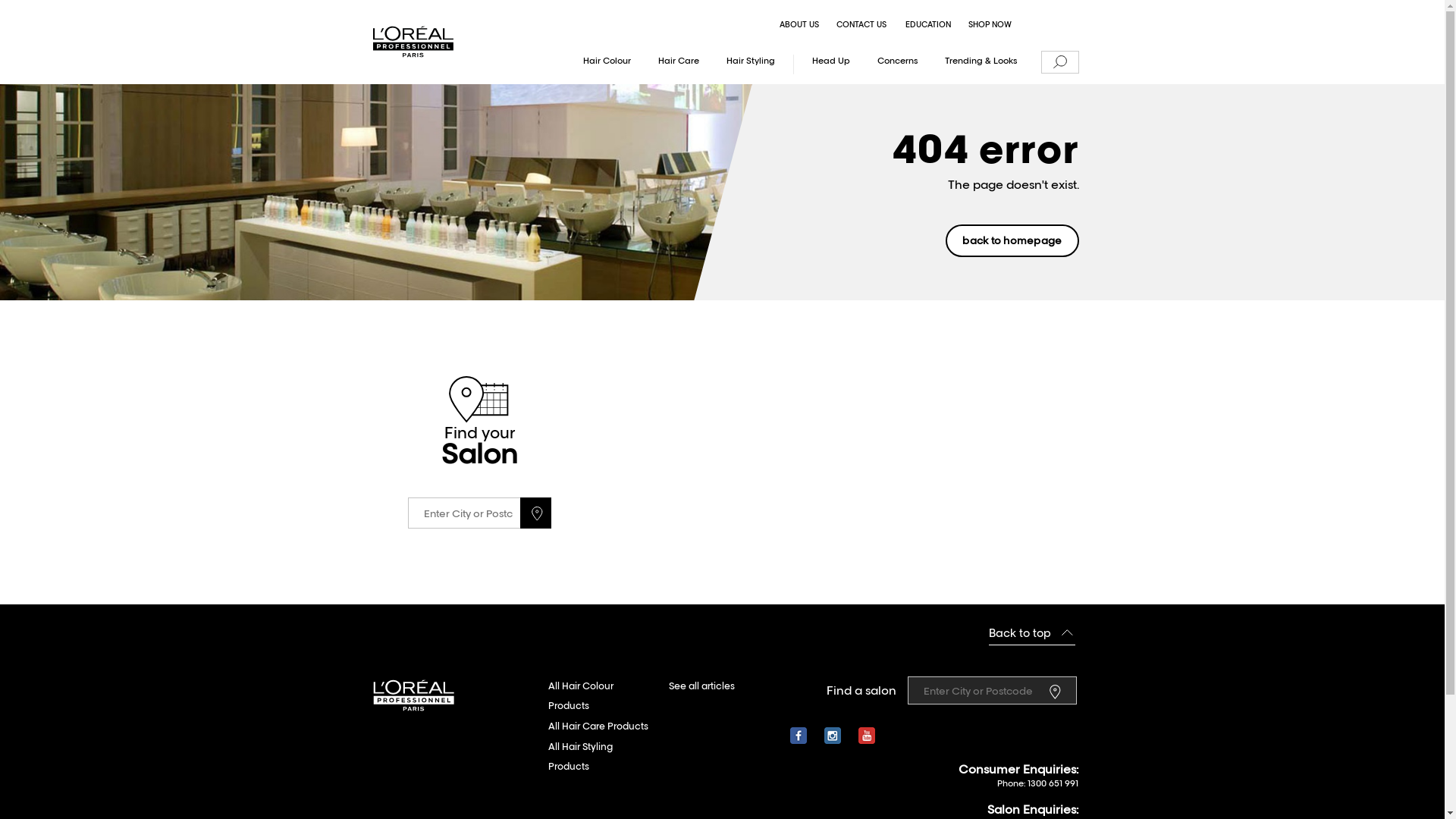 This screenshot has width=1456, height=819. What do you see at coordinates (1031, 633) in the screenshot?
I see `'Back to top'` at bounding box center [1031, 633].